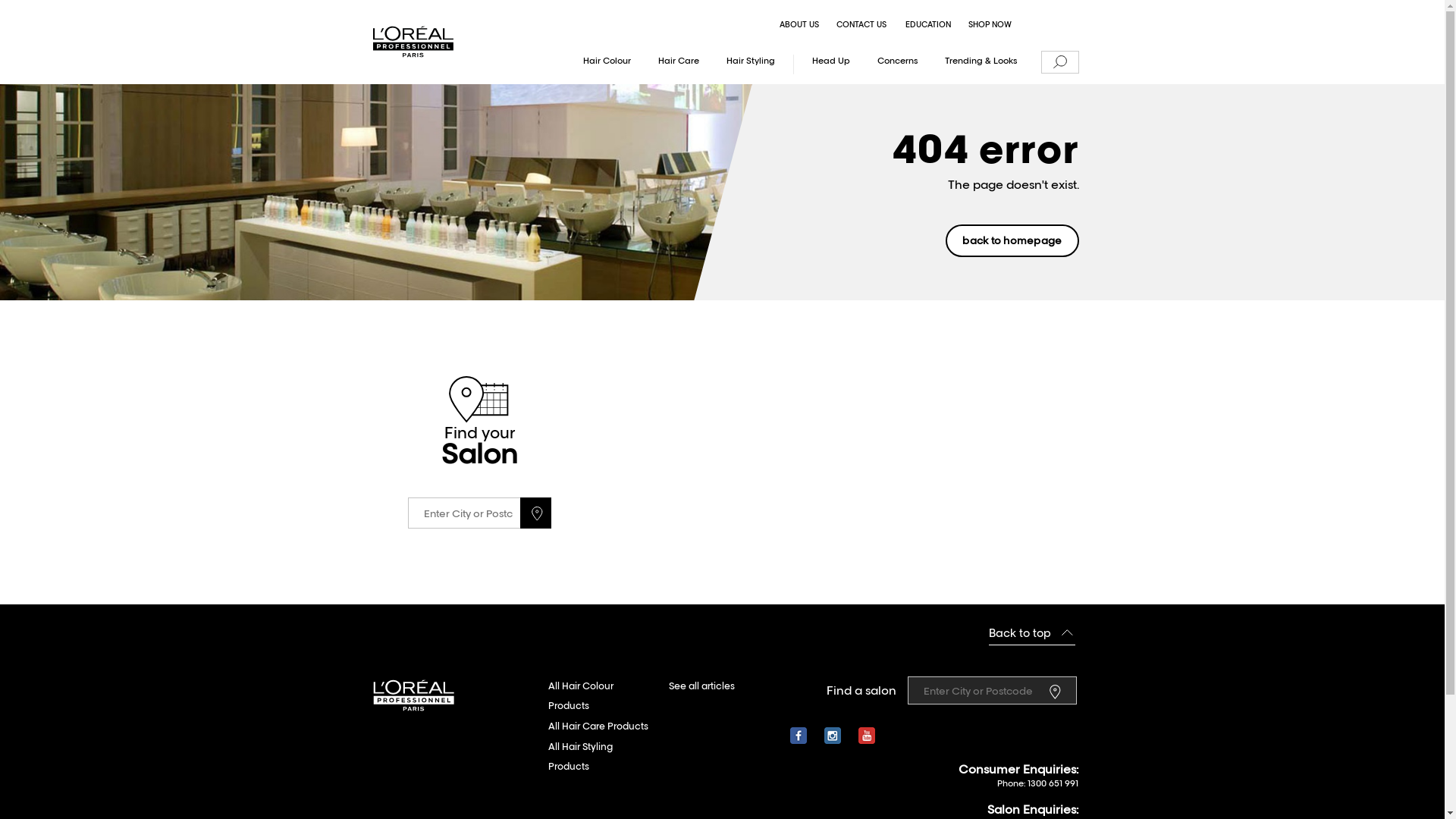 This screenshot has width=1456, height=819. What do you see at coordinates (1031, 633) in the screenshot?
I see `'Back to top'` at bounding box center [1031, 633].